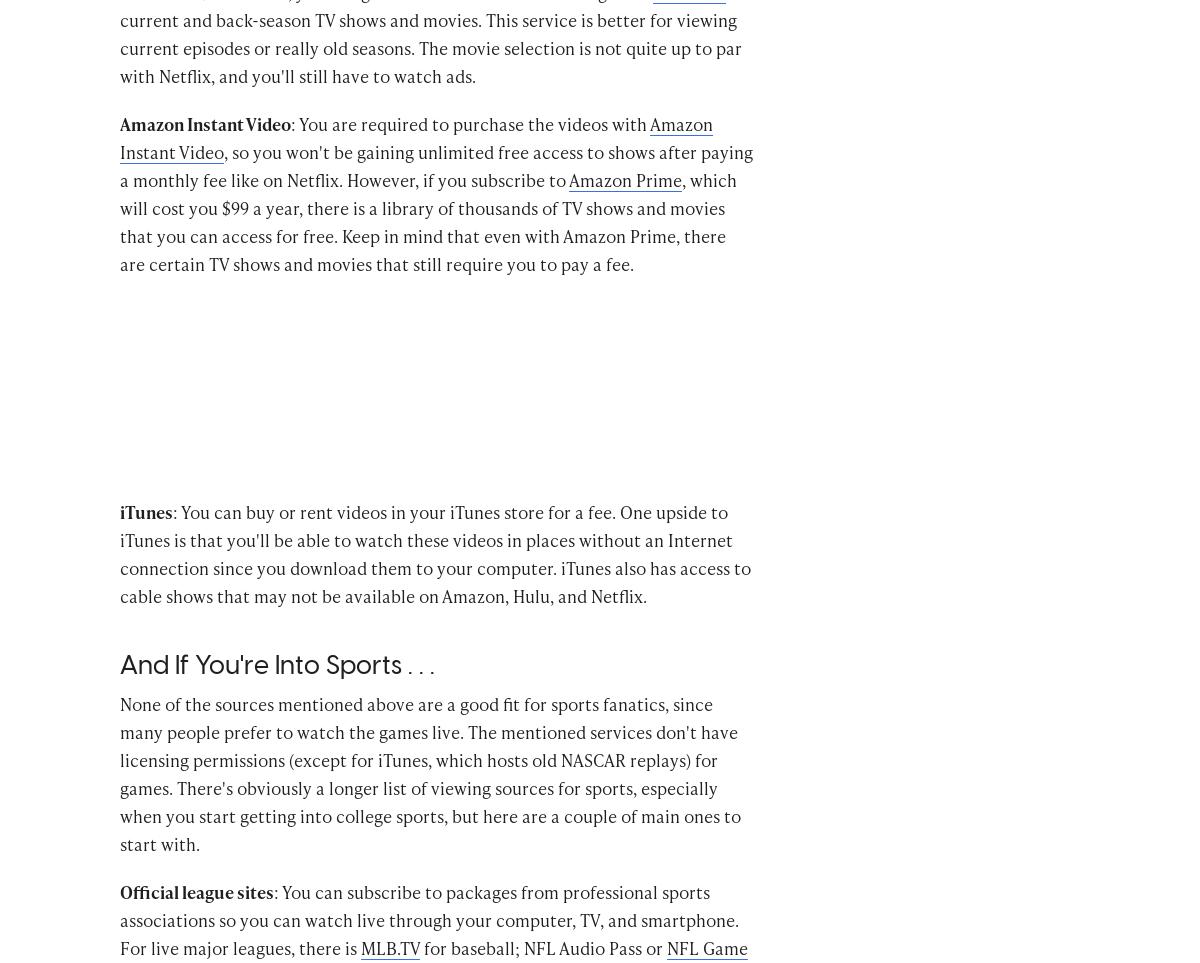 The image size is (1200, 963). I want to click on ', which will cost you $99 a year, there is a library of thousands of TV shows and movies that you can access for free. Keep in mind that even with Amazon Prime, there are certain TV shows and movies that still require you to pay a fee.', so click(120, 251).